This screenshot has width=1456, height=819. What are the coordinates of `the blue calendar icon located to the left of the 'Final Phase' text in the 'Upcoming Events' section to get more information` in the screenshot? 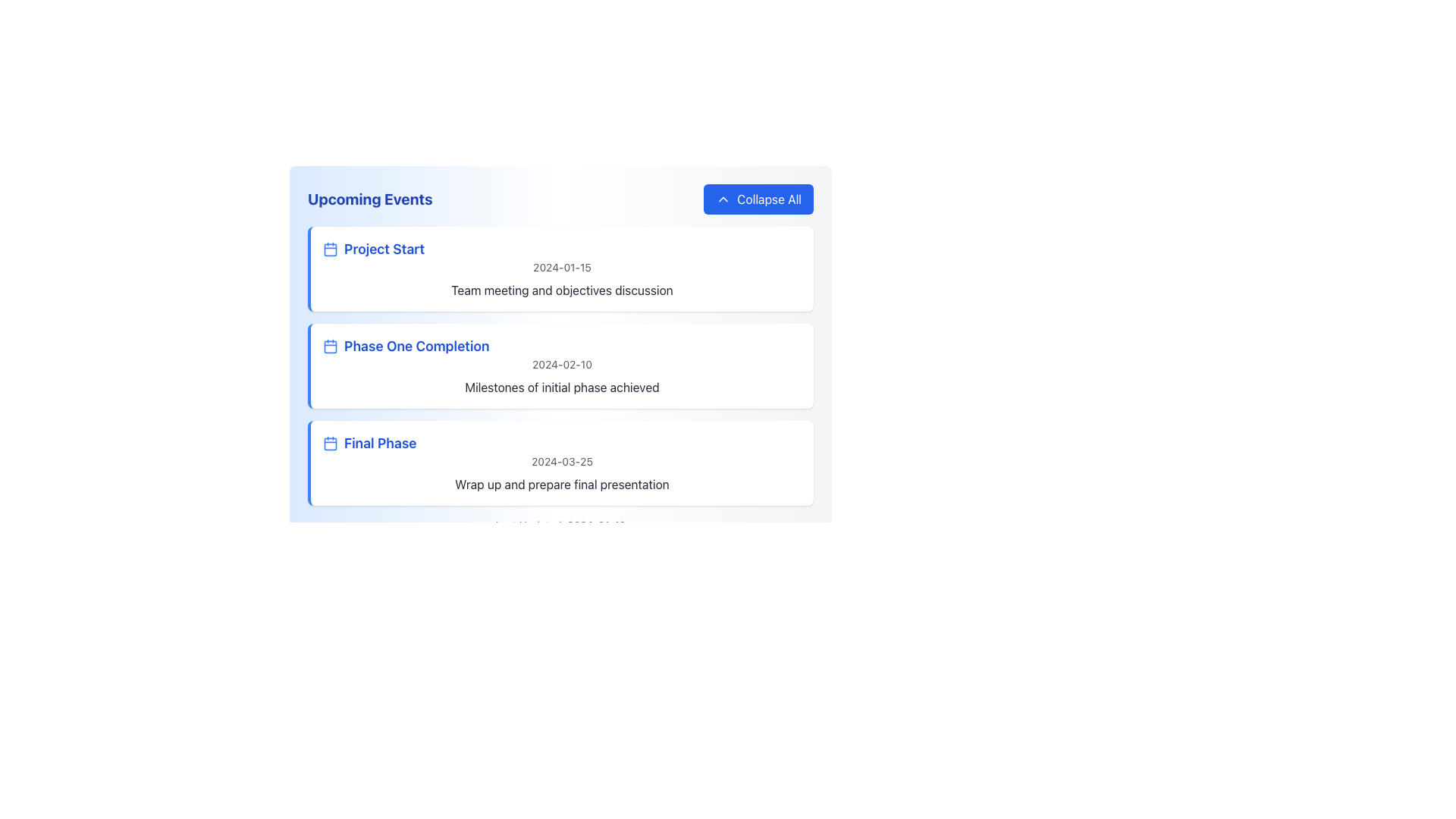 It's located at (330, 444).